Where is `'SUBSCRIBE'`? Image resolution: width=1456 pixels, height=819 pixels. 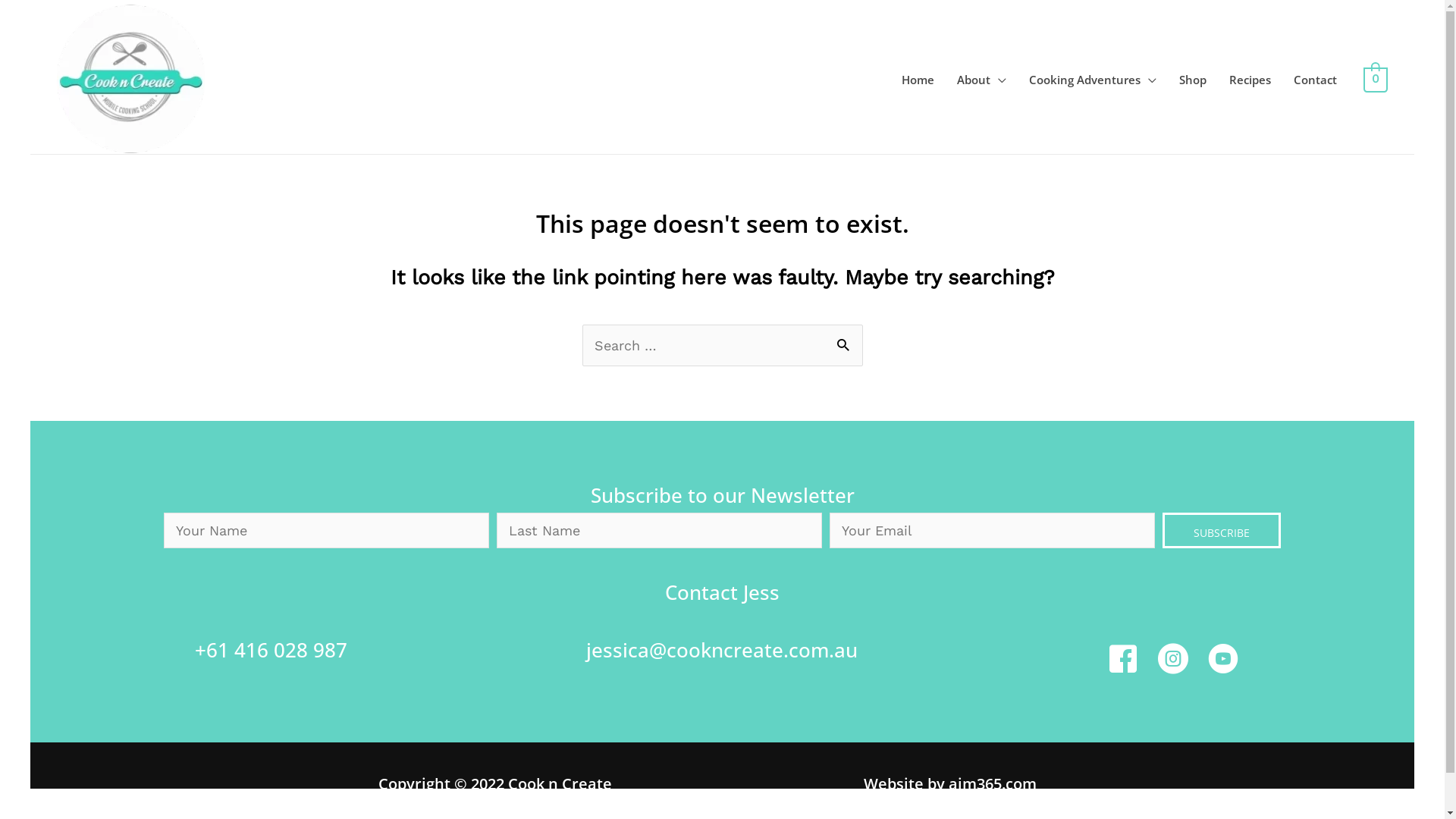
'SUBSCRIBE' is located at coordinates (1222, 529).